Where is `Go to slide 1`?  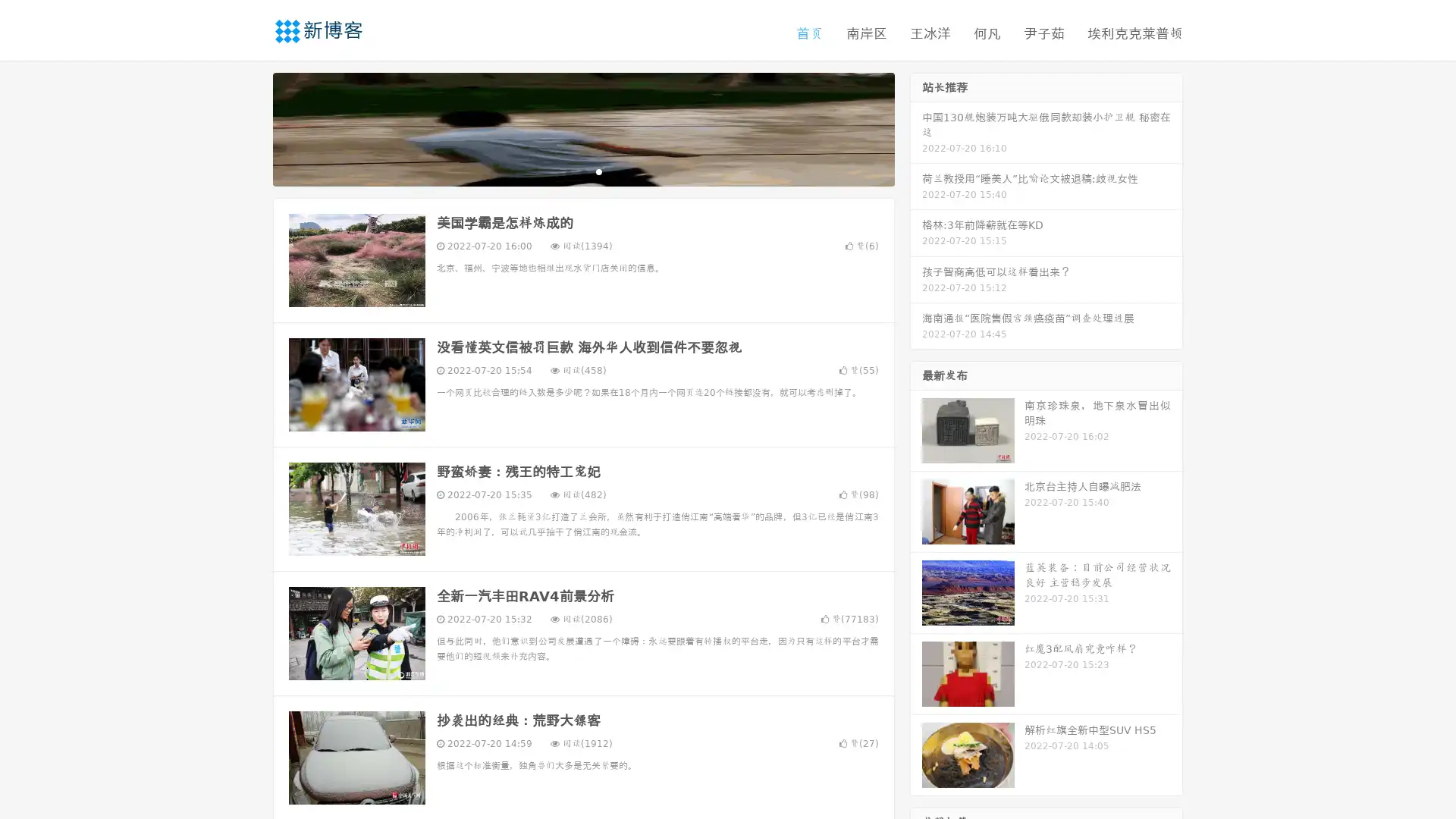 Go to slide 1 is located at coordinates (567, 171).